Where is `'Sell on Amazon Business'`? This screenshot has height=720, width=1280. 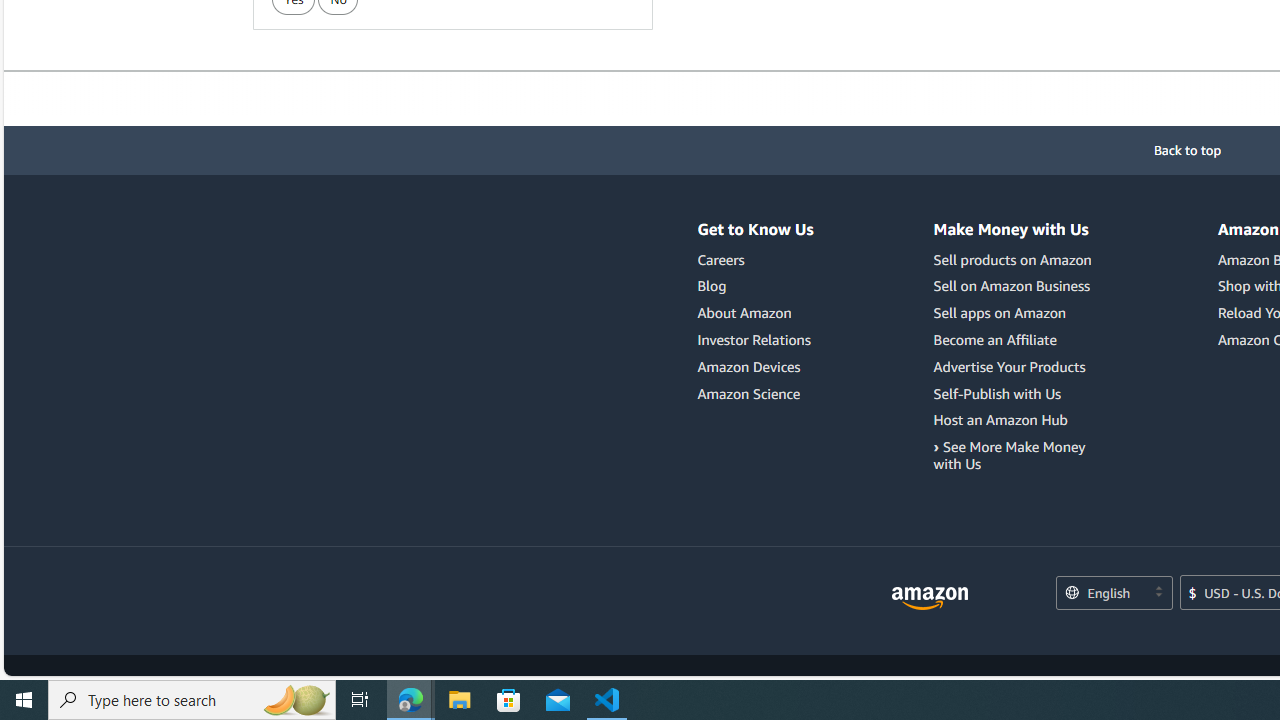 'Sell on Amazon Business' is located at coordinates (1015, 286).